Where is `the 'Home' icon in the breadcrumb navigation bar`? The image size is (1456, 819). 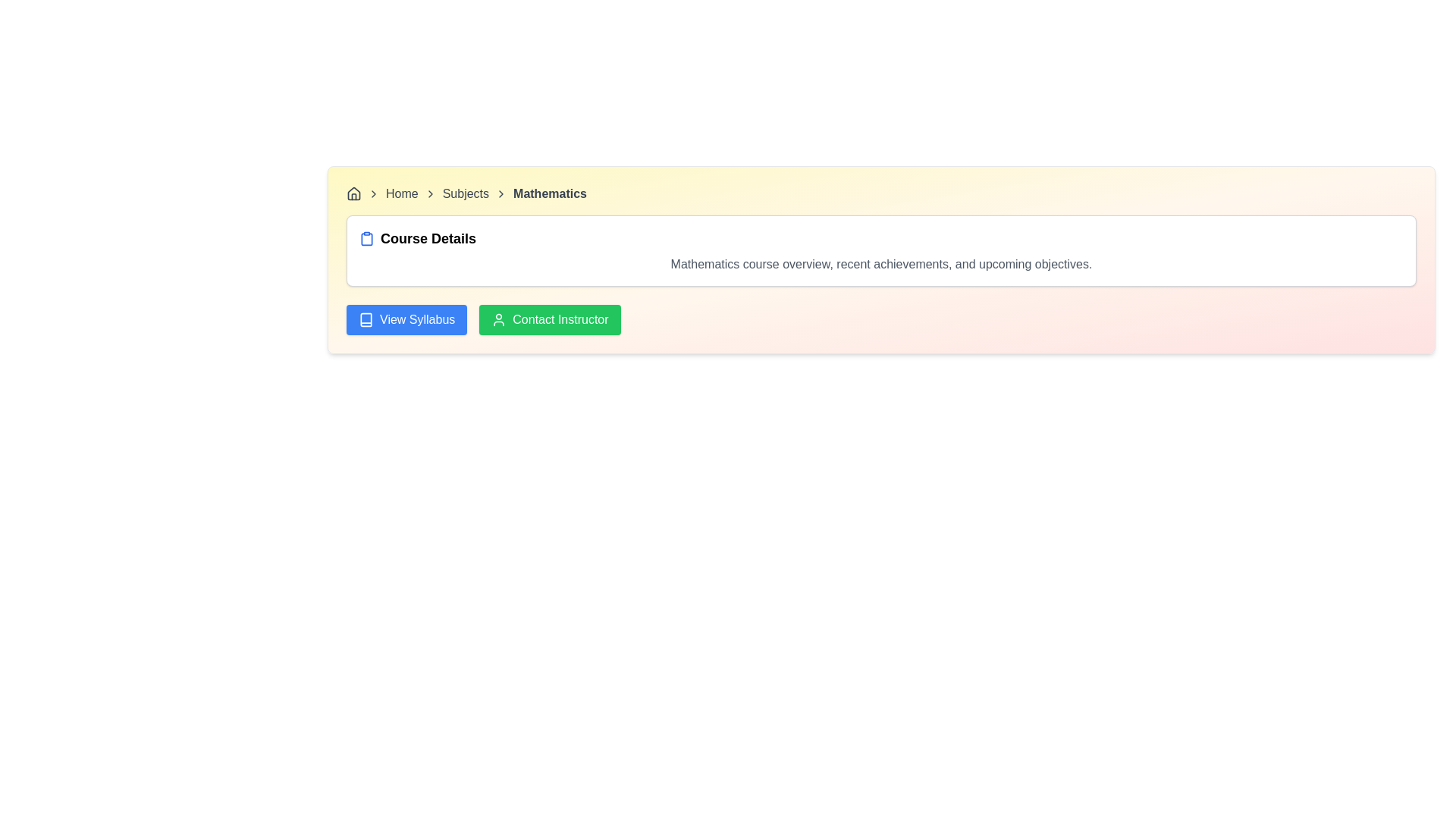
the 'Home' icon in the breadcrumb navigation bar is located at coordinates (353, 193).